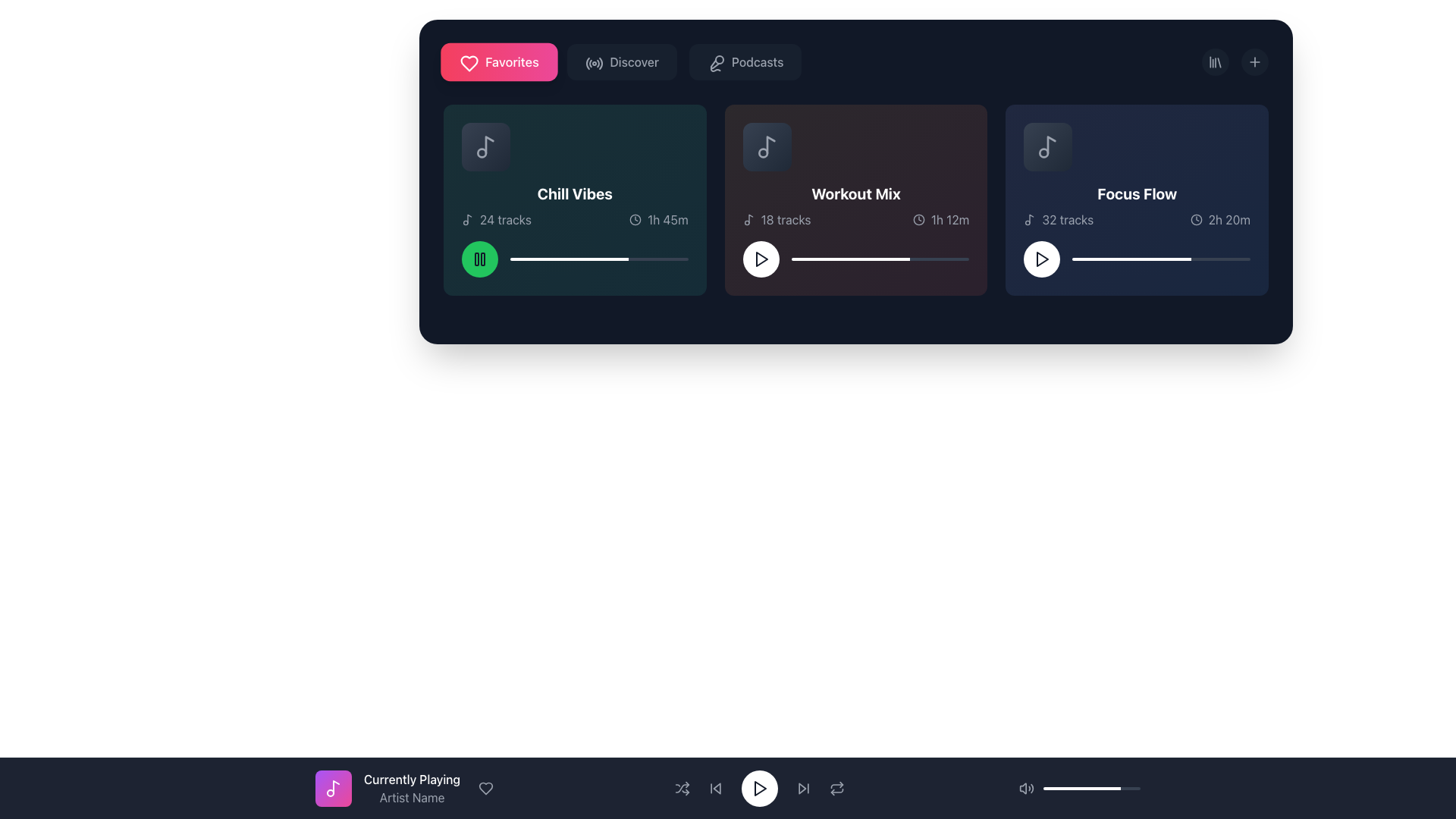 Image resolution: width=1456 pixels, height=819 pixels. I want to click on the 'Discover' button, which is a rectangular button with a dark gray background and rounded corners, so click(622, 61).